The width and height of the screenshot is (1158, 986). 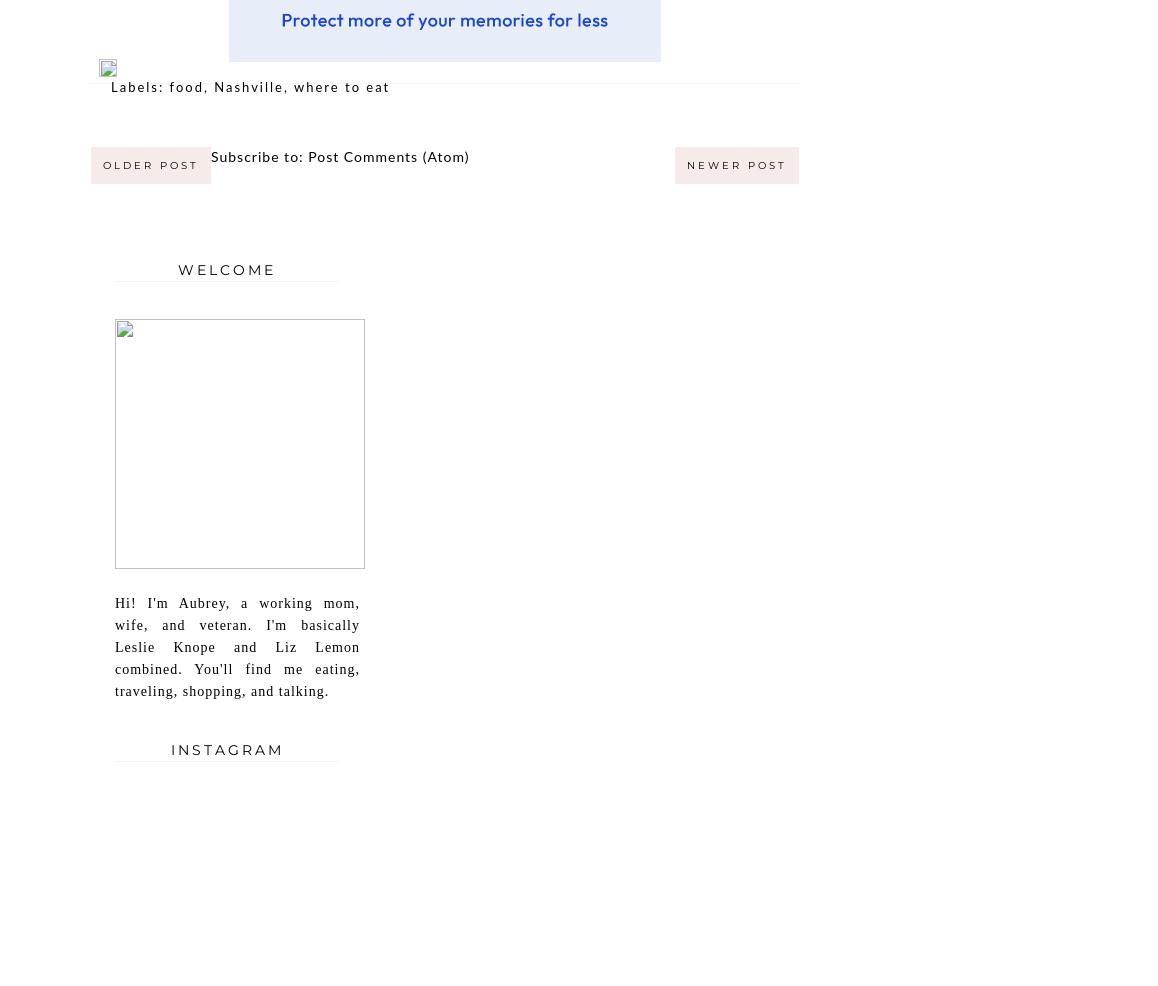 What do you see at coordinates (387, 156) in the screenshot?
I see `'Post Comments (Atom)'` at bounding box center [387, 156].